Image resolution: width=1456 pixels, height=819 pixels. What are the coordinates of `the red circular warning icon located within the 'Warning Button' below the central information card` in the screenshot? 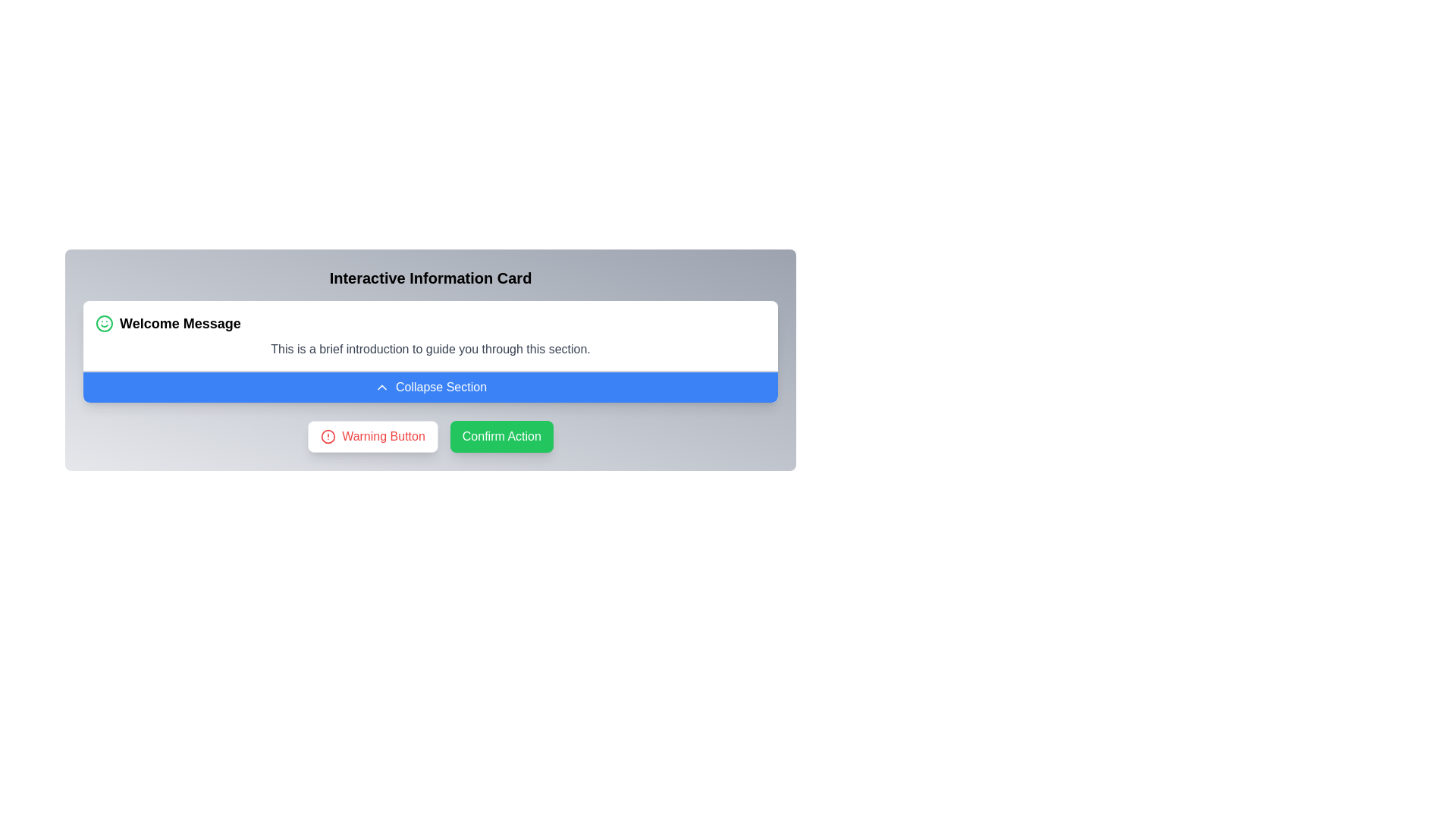 It's located at (328, 436).